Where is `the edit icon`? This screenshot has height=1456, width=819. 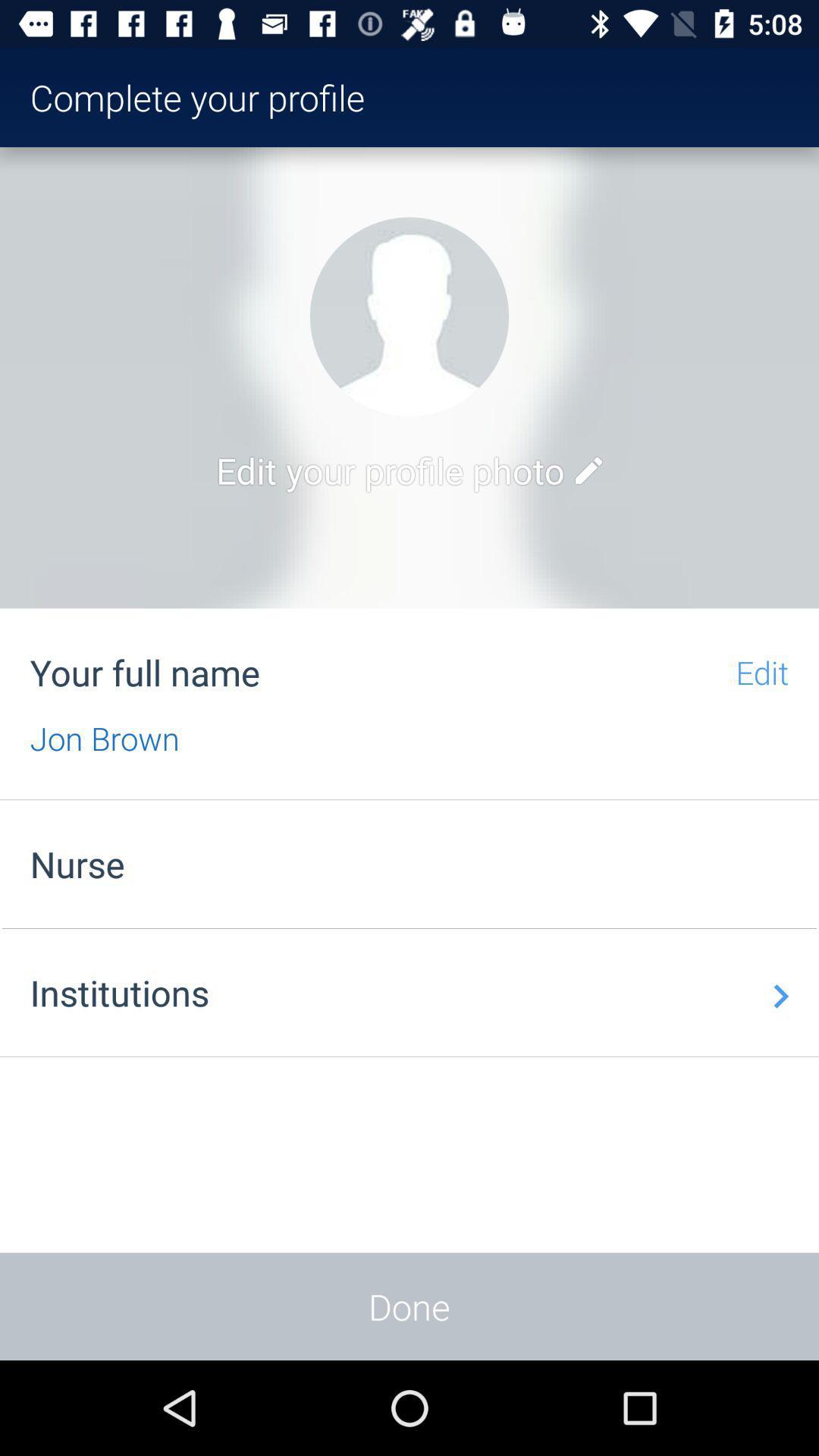
the edit icon is located at coordinates (588, 469).